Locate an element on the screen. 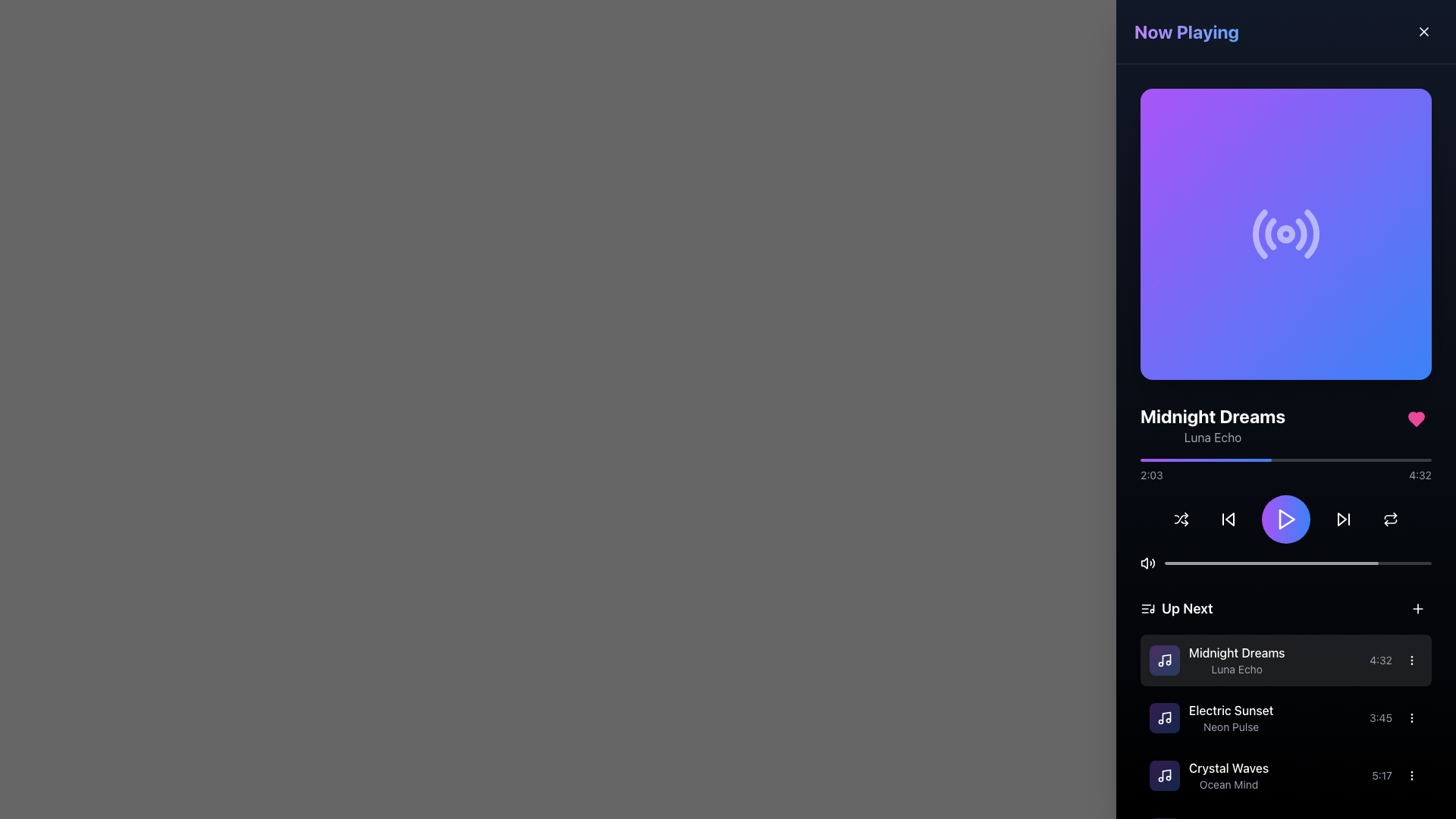 The height and width of the screenshot is (819, 1456). the 'Up Next' header label with the music list icon, which is styled in a large, bold font and is located in the lower part of the right-aligned sidebar is located at coordinates (1175, 607).